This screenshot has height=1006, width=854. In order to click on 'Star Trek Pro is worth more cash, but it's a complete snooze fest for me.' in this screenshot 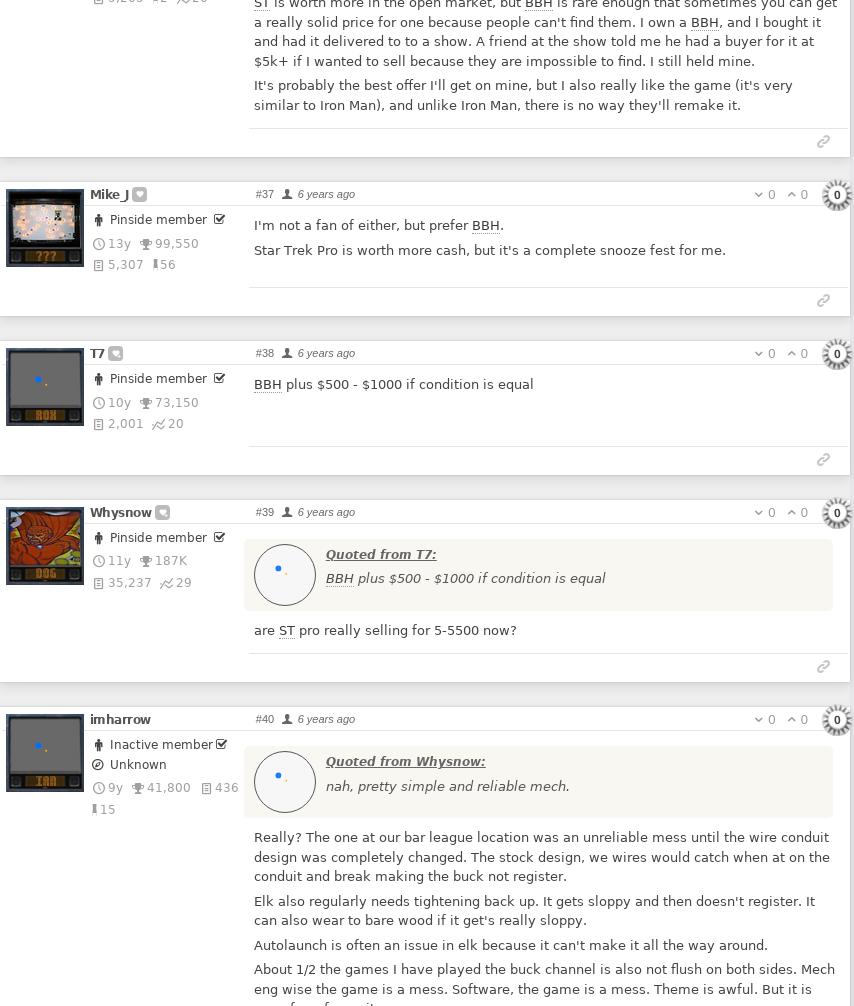, I will do `click(488, 249)`.